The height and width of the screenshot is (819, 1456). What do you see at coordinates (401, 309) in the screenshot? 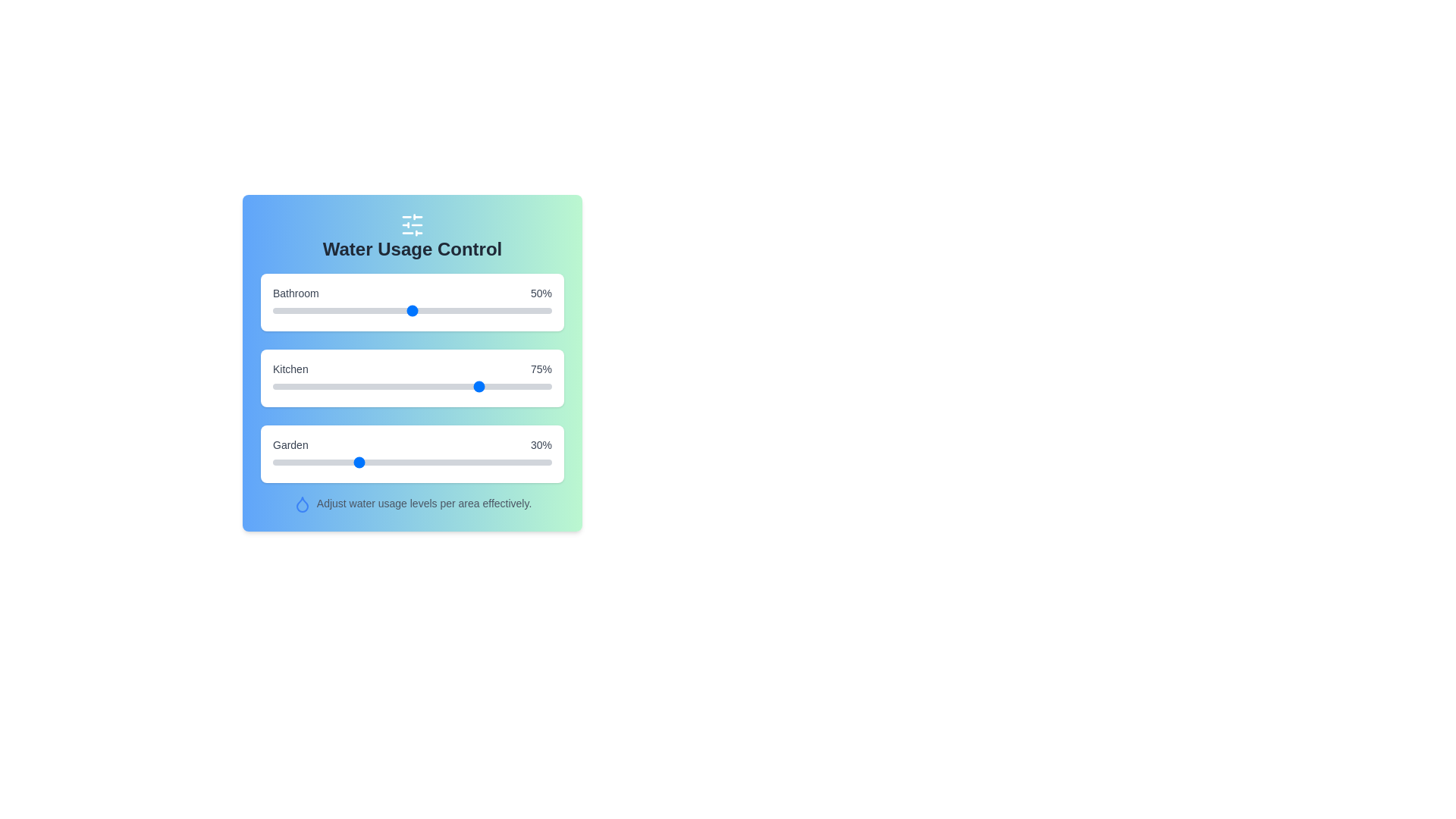
I see `the Bathroom usage slider to 46%` at bounding box center [401, 309].